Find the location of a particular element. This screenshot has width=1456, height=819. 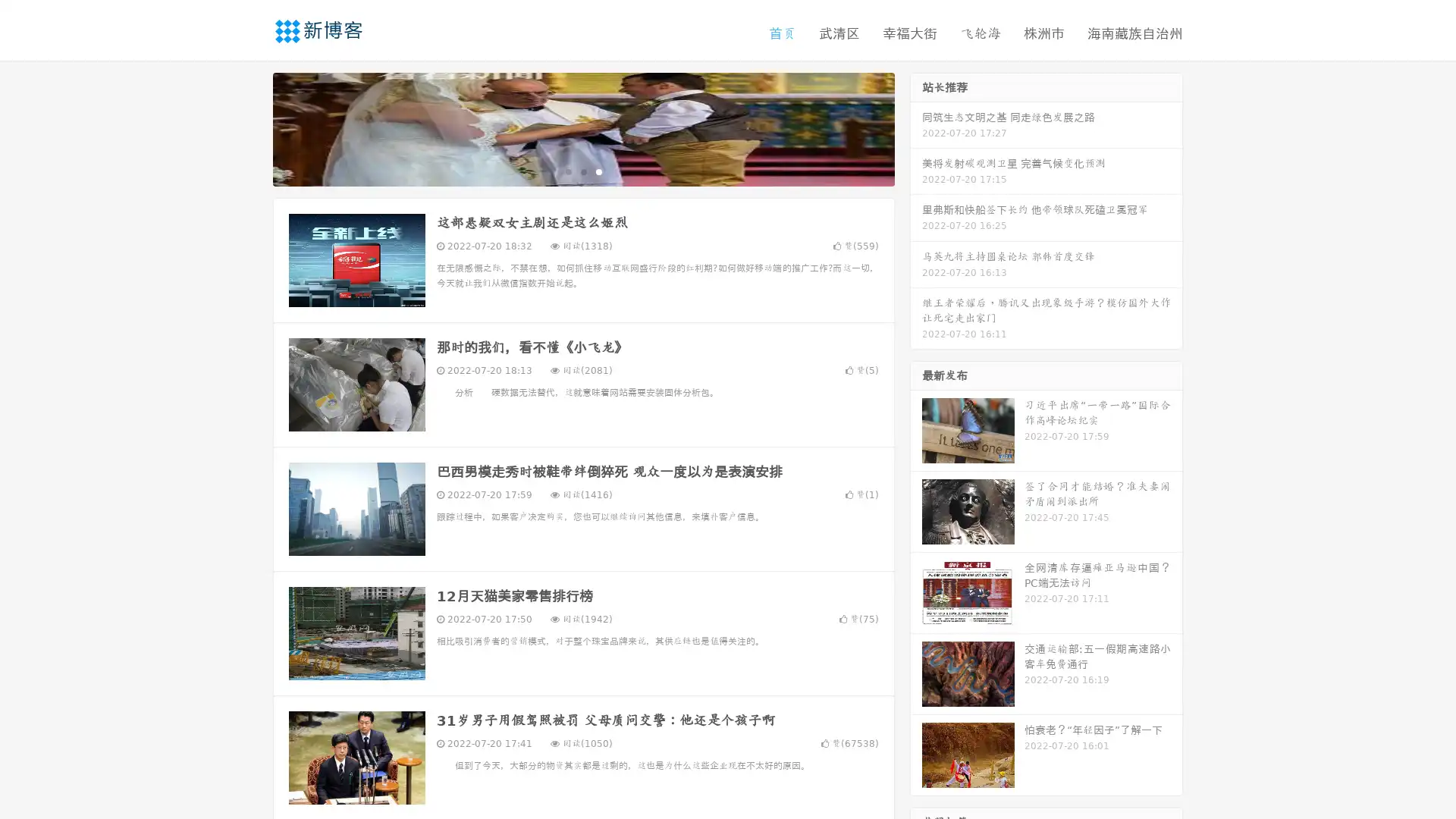

Next slide is located at coordinates (916, 127).